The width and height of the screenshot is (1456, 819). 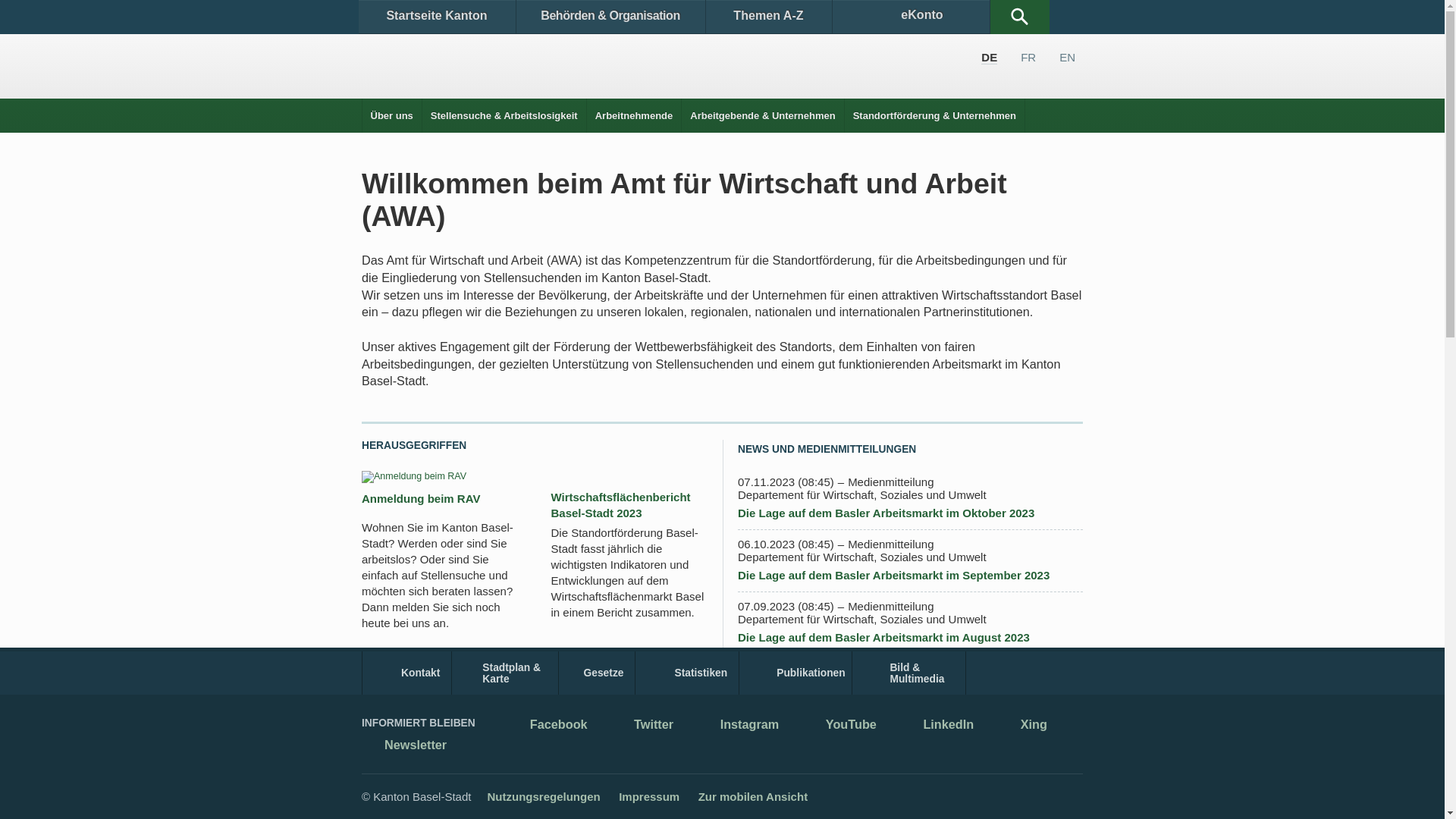 I want to click on 'Publikationen', so click(x=795, y=672).